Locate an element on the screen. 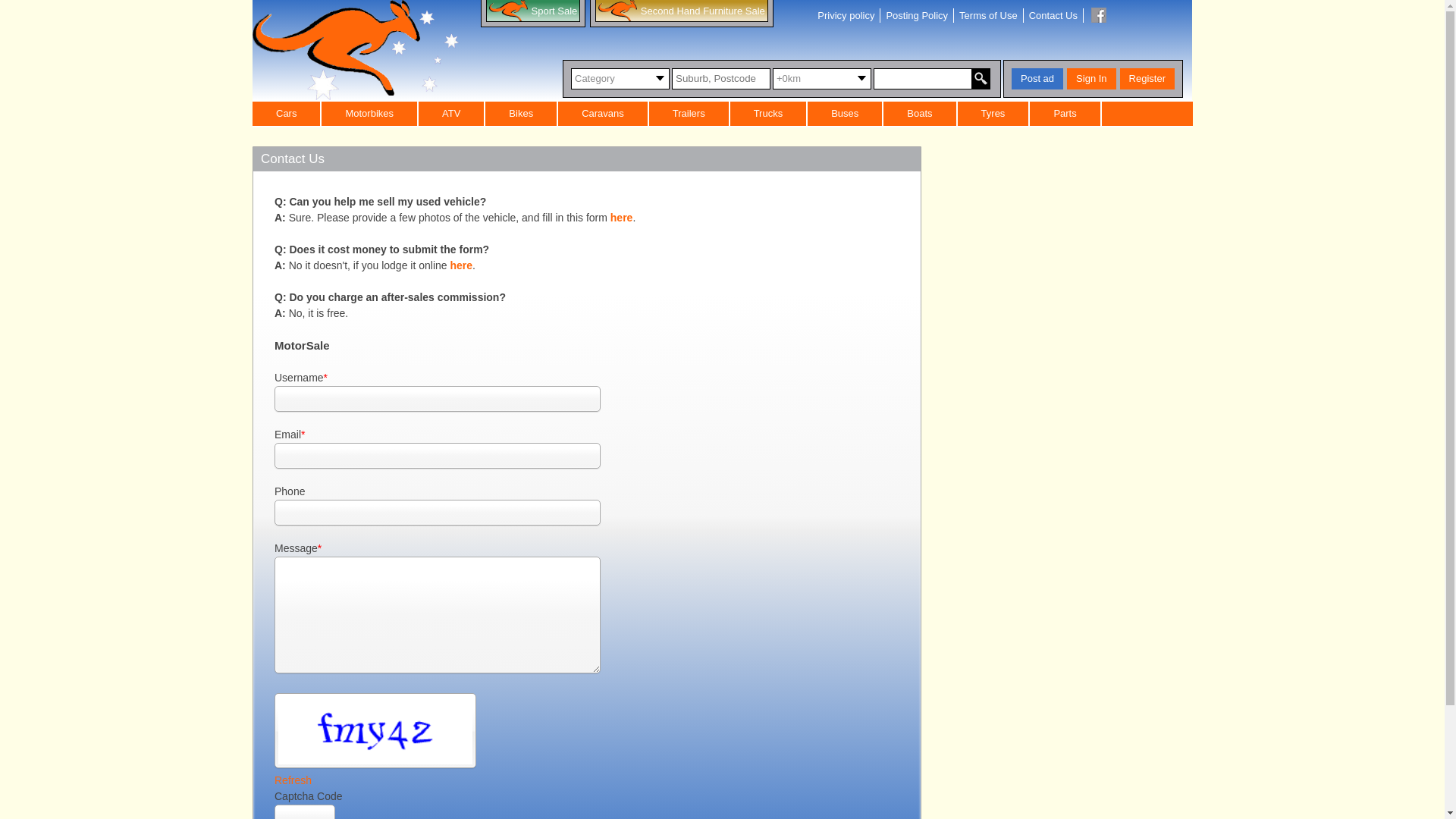  'Terms of Use' is located at coordinates (988, 15).